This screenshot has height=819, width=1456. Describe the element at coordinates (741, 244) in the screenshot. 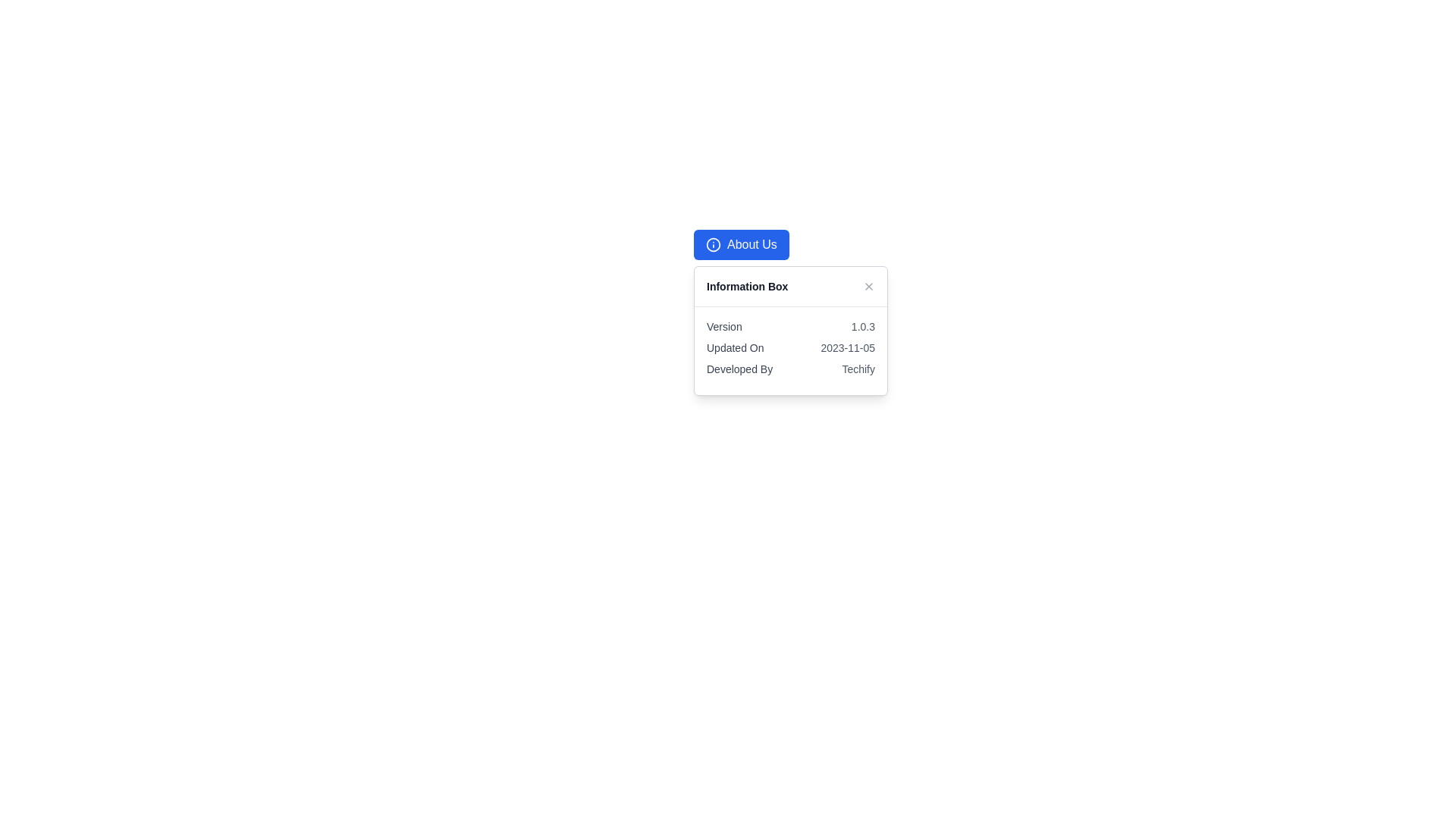

I see `the button that triggers the opening or toggling of the associated 'Information Box' located above the white information panel` at that location.